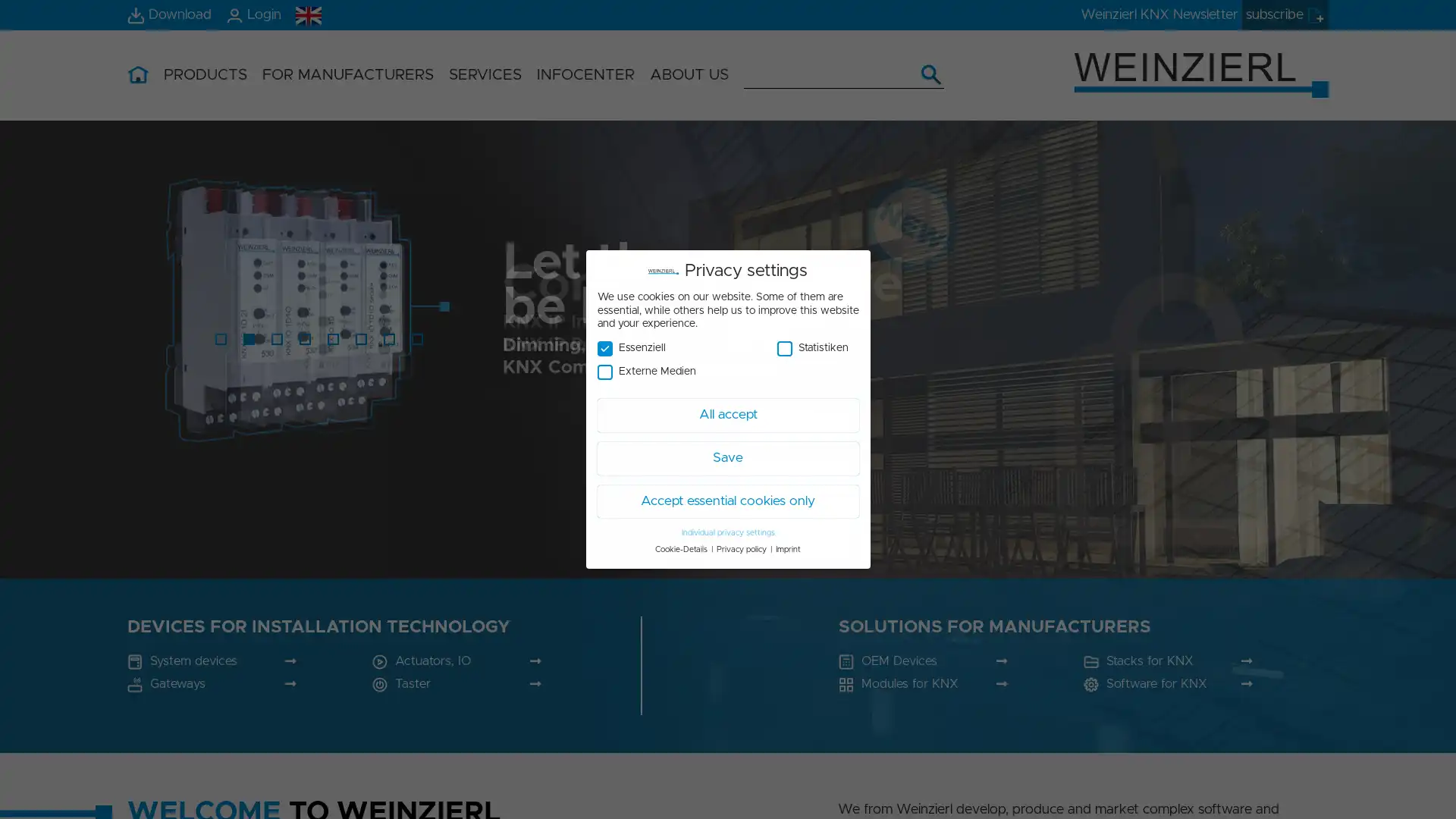 The height and width of the screenshot is (819, 1456). I want to click on Individual privacy settings, so click(726, 532).